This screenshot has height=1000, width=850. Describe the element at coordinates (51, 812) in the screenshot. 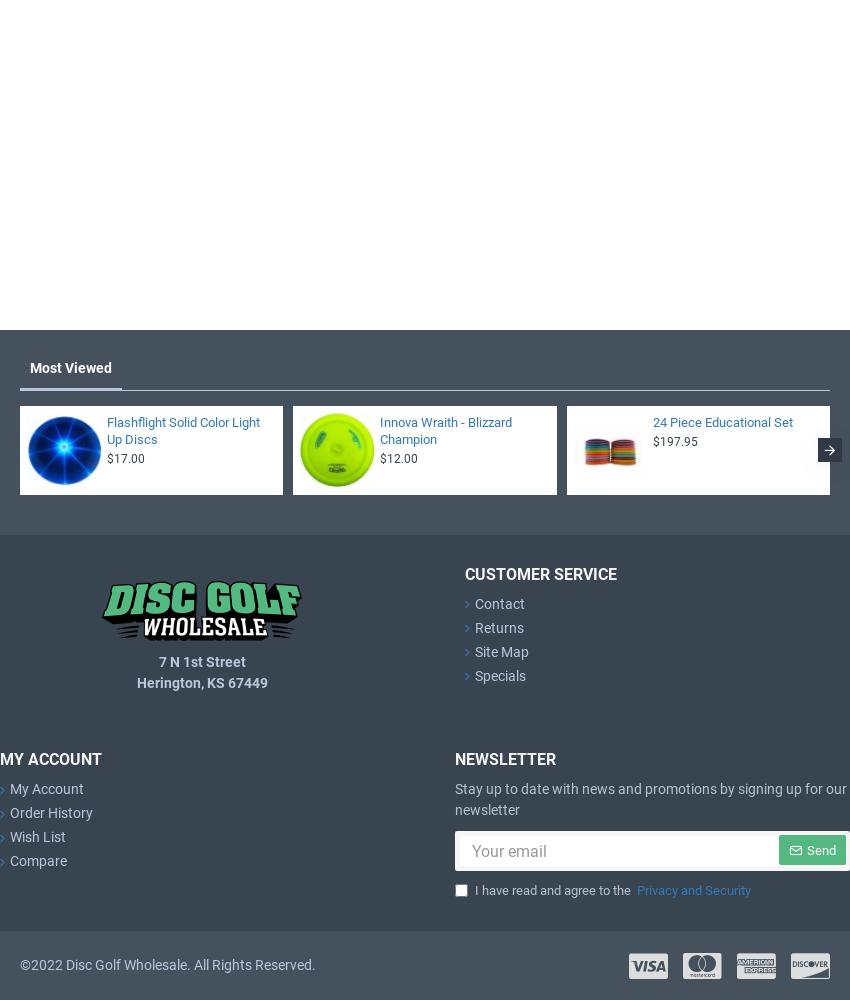

I see `'Order History'` at that location.